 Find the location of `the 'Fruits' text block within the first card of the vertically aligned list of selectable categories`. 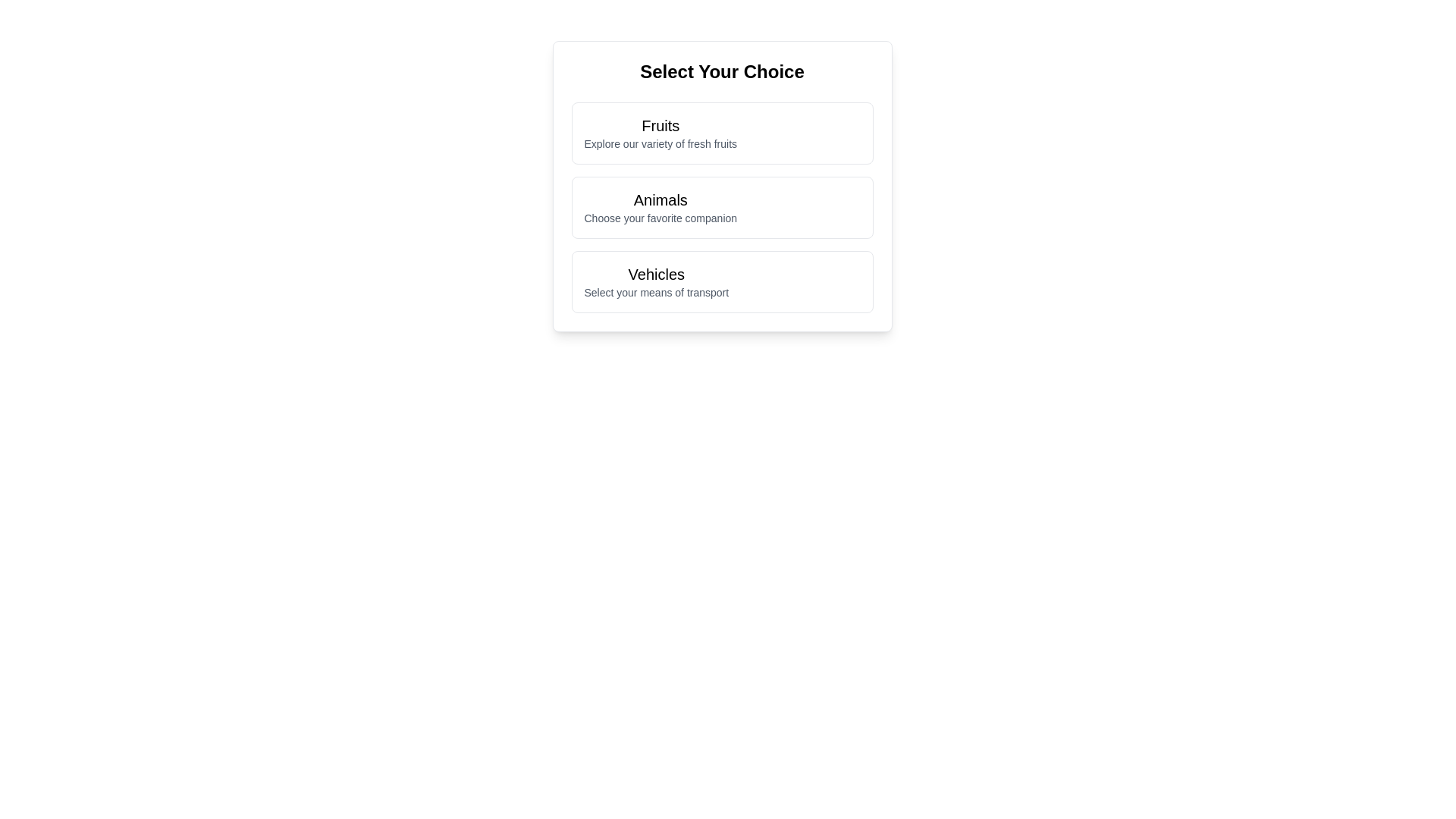

the 'Fruits' text block within the first card of the vertically aligned list of selectable categories is located at coordinates (661, 133).